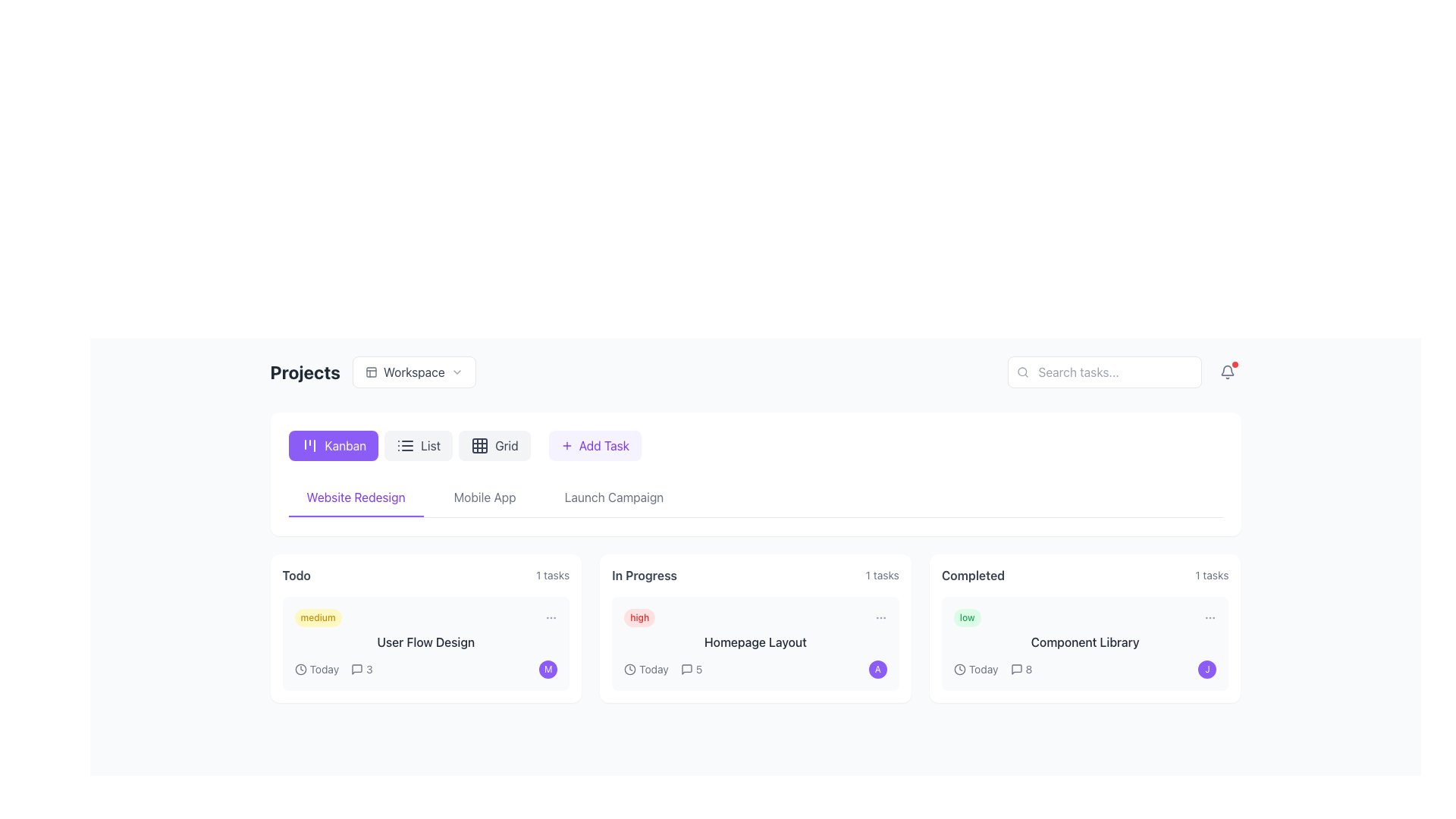 This screenshot has height=819, width=1456. Describe the element at coordinates (691, 669) in the screenshot. I see `the Comment counter component, which features a speech bubble icon and the number '5'` at that location.